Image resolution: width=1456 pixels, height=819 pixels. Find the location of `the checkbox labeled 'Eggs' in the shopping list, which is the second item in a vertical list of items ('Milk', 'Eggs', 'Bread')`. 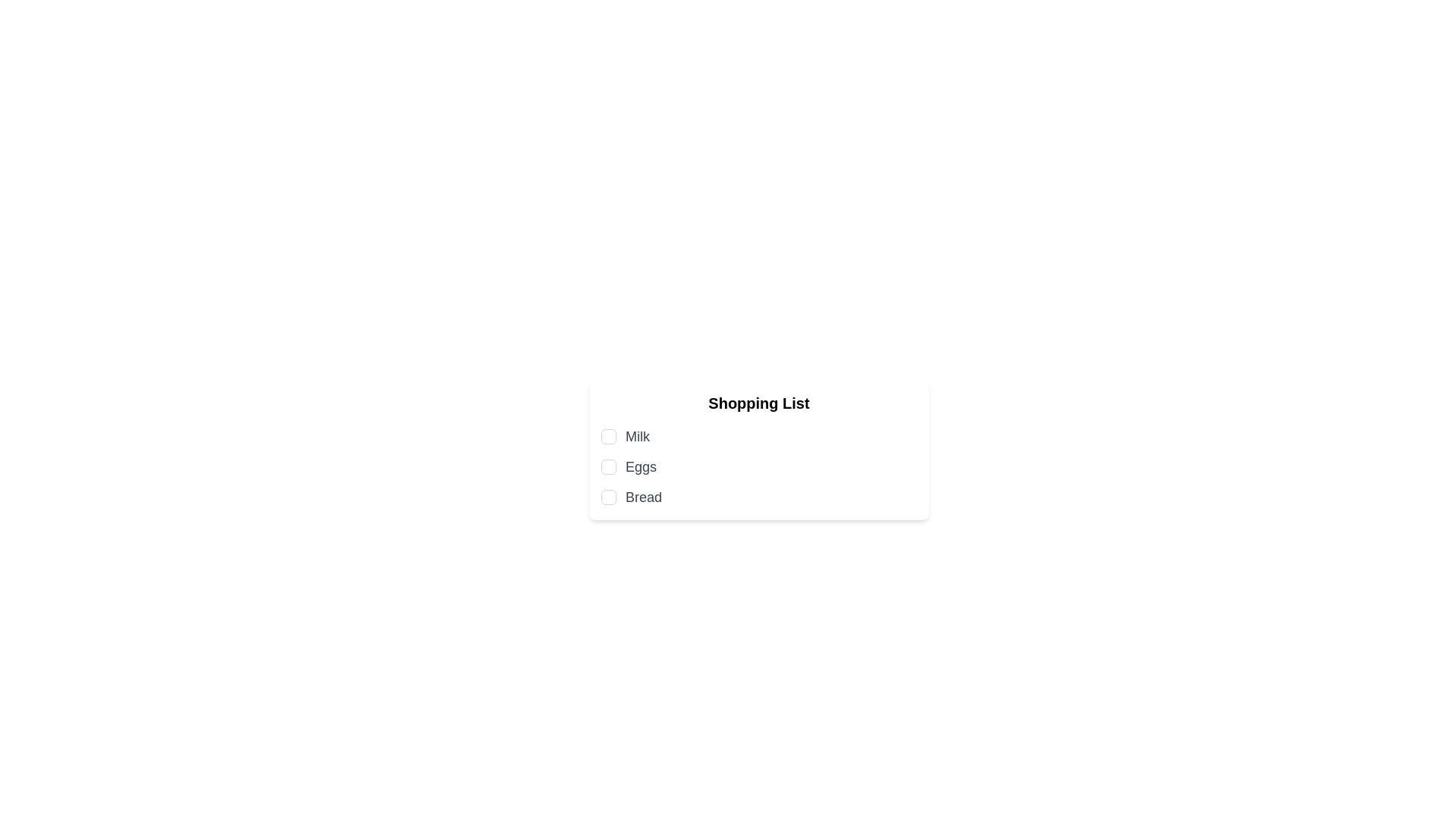

the checkbox labeled 'Eggs' in the shopping list, which is the second item in a vertical list of items ('Milk', 'Eggs', 'Bread') is located at coordinates (759, 466).